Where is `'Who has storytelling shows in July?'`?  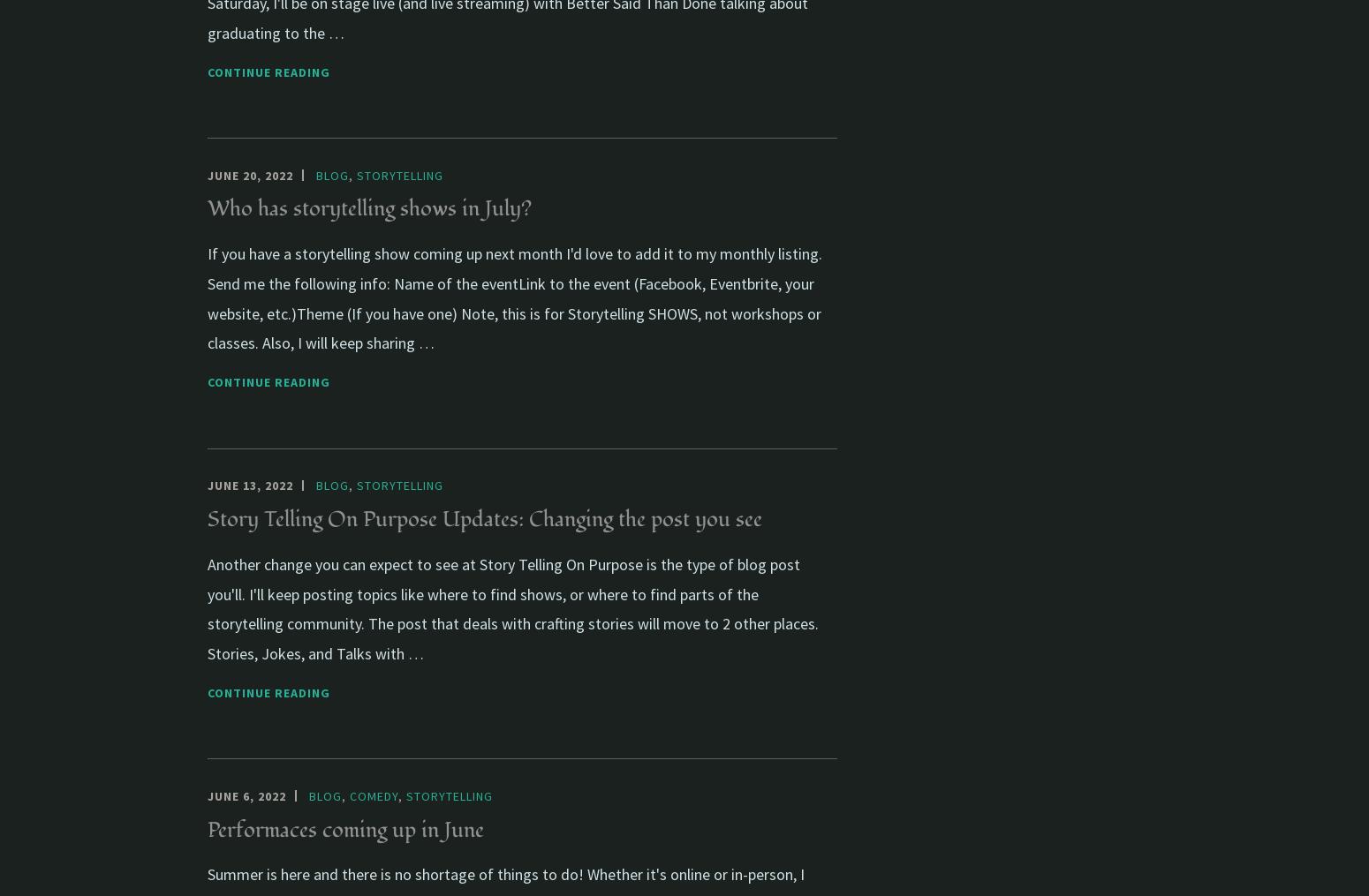 'Who has storytelling shows in July?' is located at coordinates (369, 208).